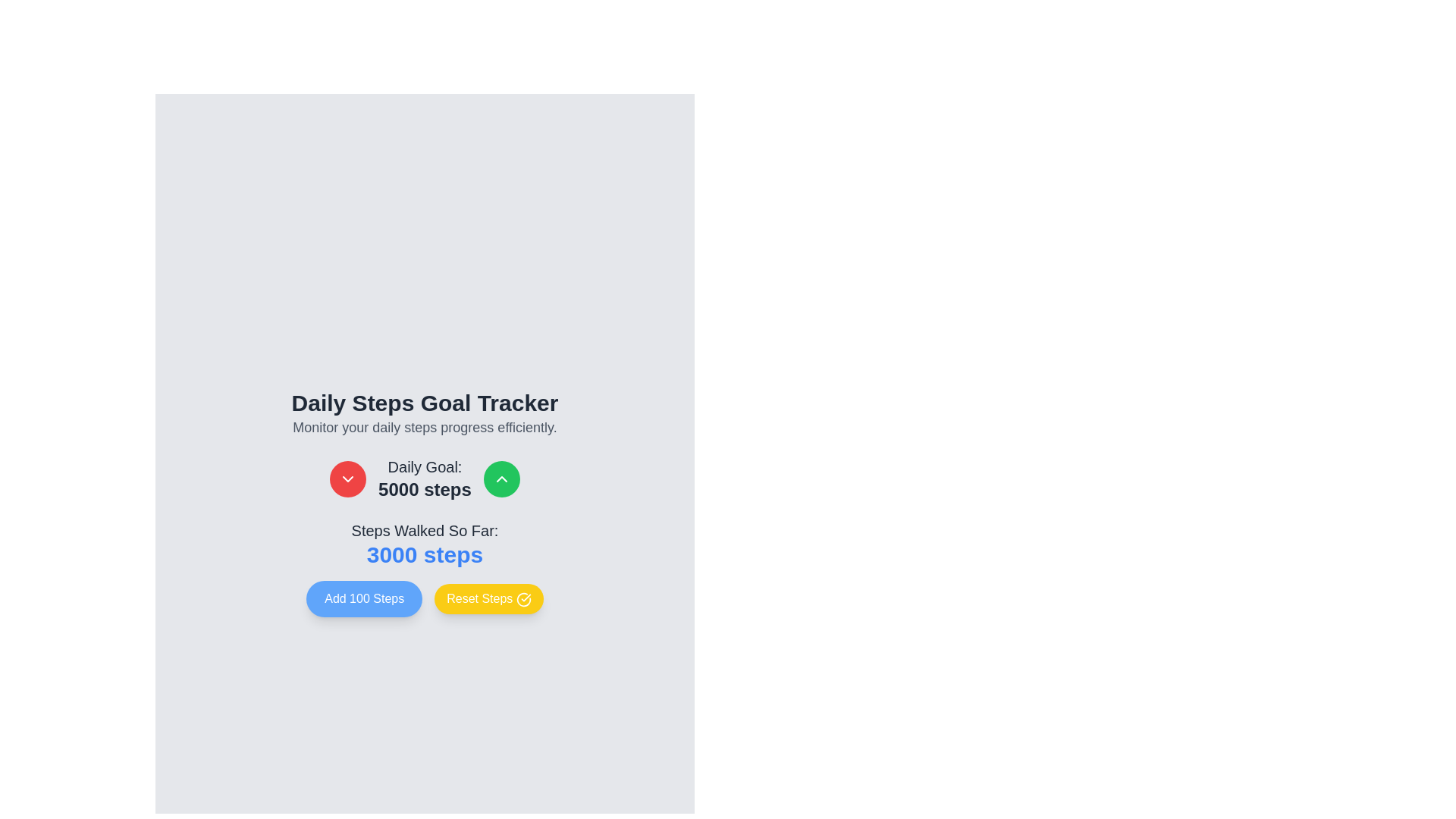 Image resolution: width=1456 pixels, height=819 pixels. Describe the element at coordinates (347, 479) in the screenshot. I see `the downward chevron icon button located within the red circular button under the 'Daily Goal: 5000 steps' heading` at that location.